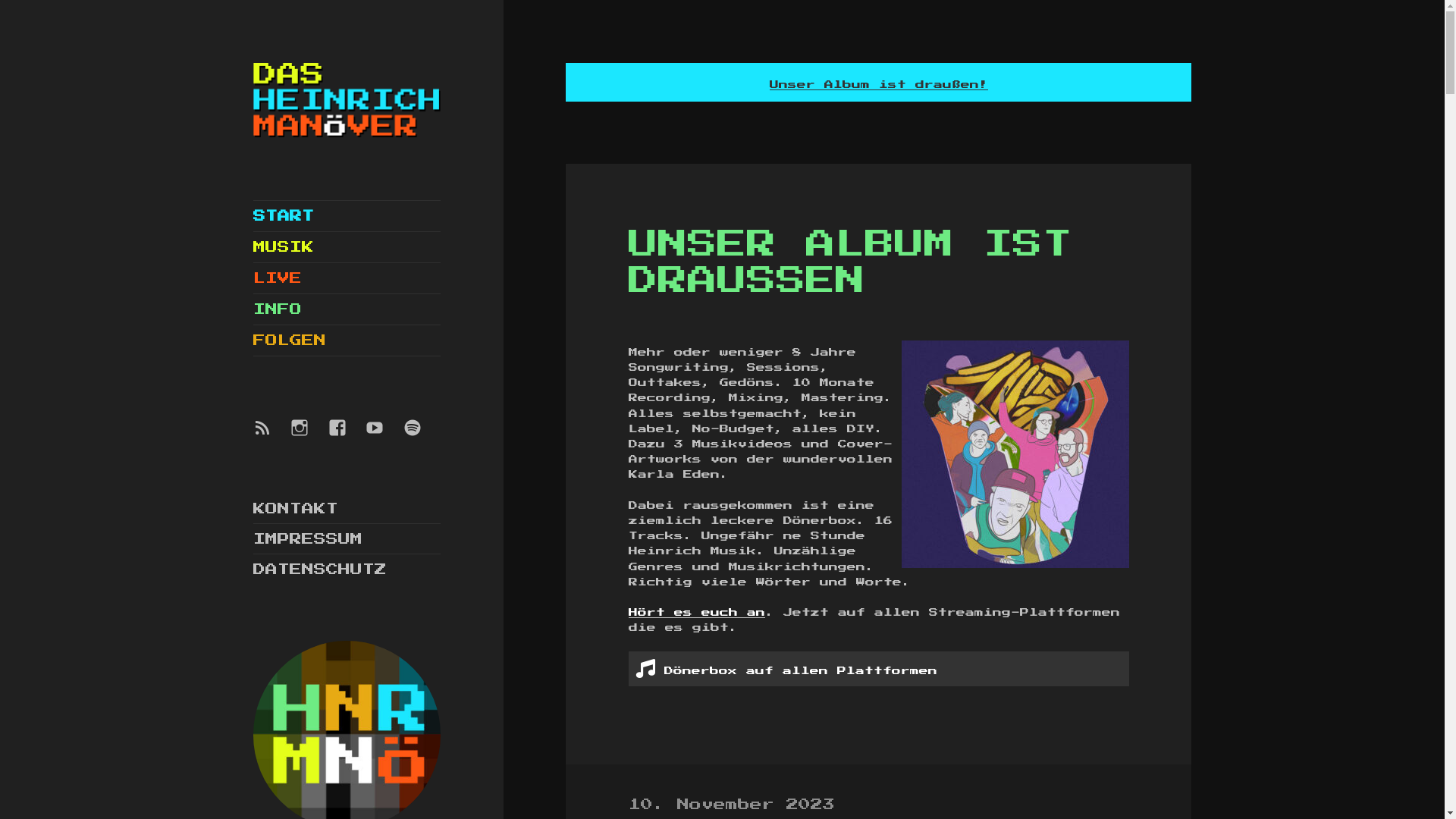 The width and height of the screenshot is (1456, 819). What do you see at coordinates (308, 436) in the screenshot?
I see `'INSTAGRAM'` at bounding box center [308, 436].